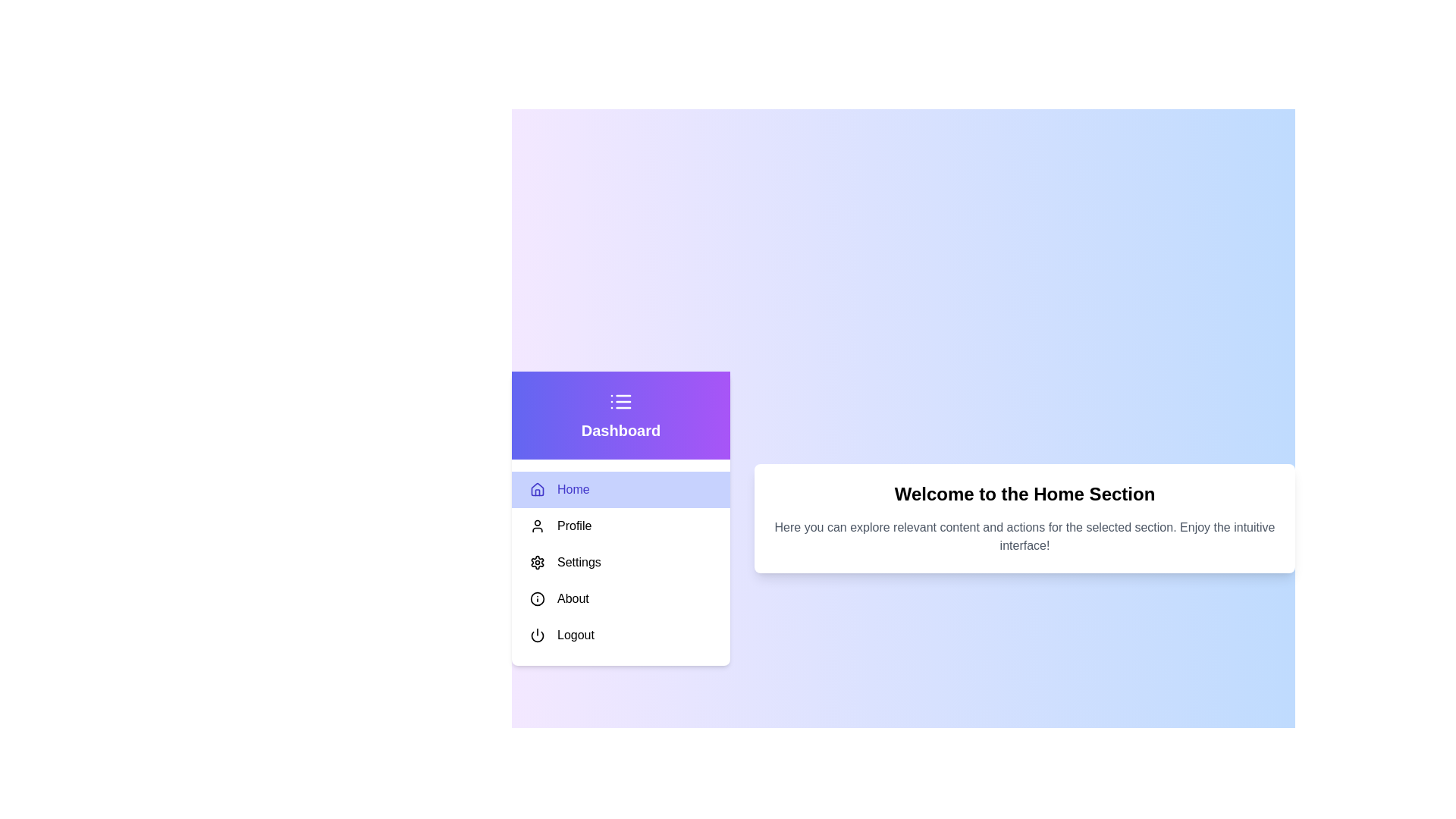  Describe the element at coordinates (621, 562) in the screenshot. I see `the menu item Settings to select it` at that location.